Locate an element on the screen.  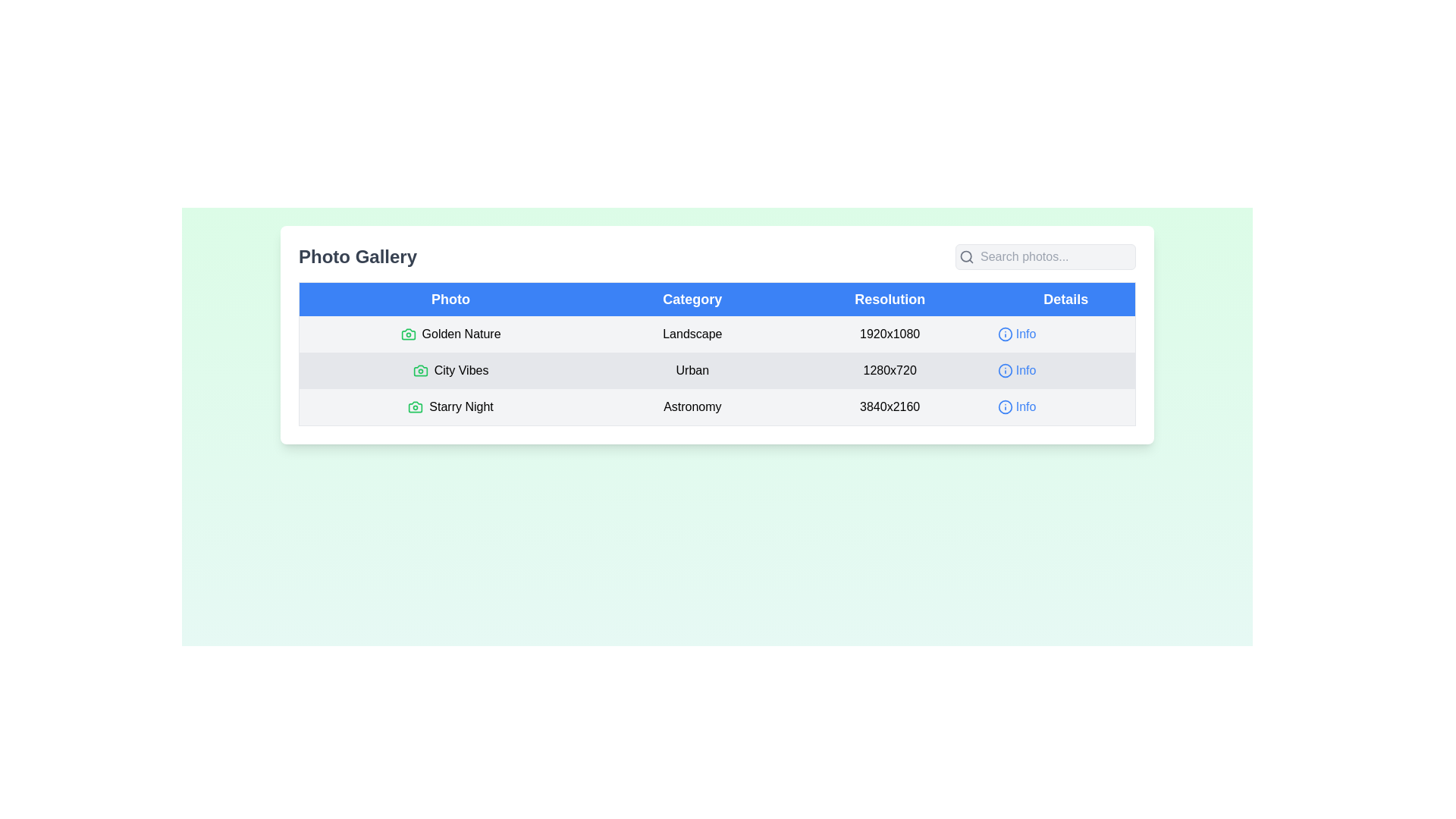
information displayed in the first row of the table, which contains a green icon, the text 'Golden Nature', the category 'Landscape', the resolution '1920x1080', and an interactive blue 'Info' button is located at coordinates (716, 333).